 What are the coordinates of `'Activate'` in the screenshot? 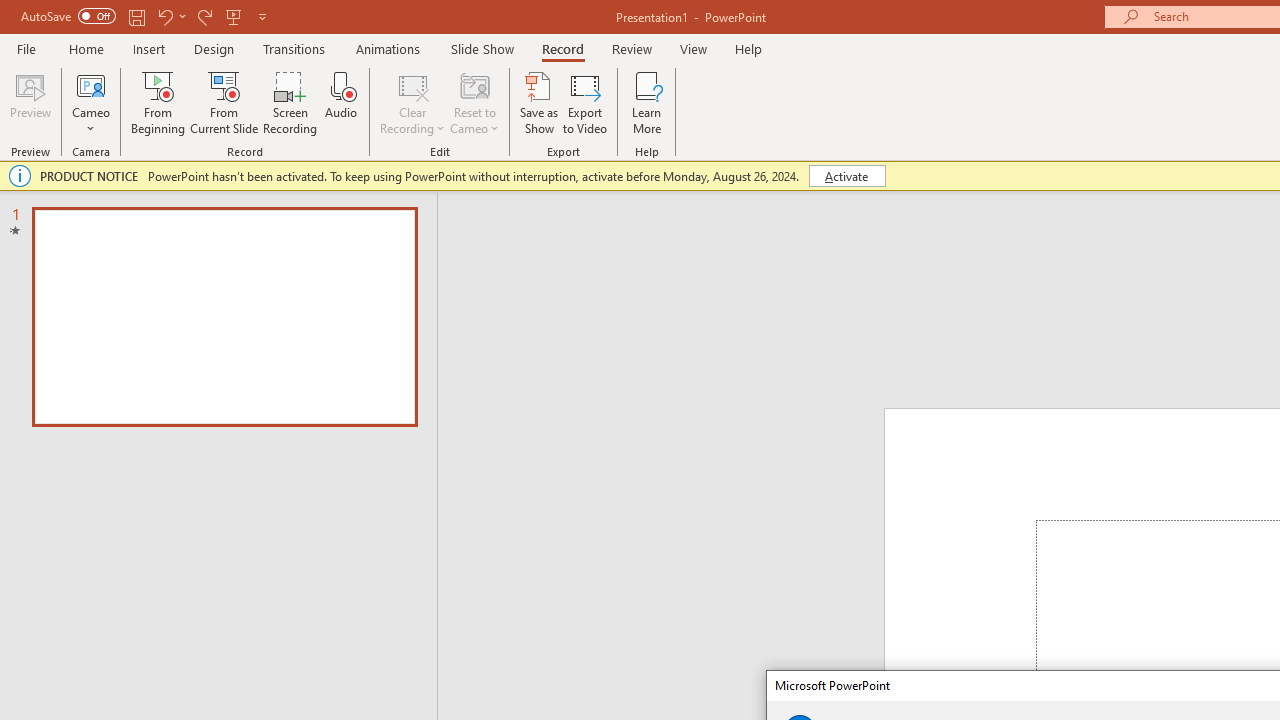 It's located at (847, 175).